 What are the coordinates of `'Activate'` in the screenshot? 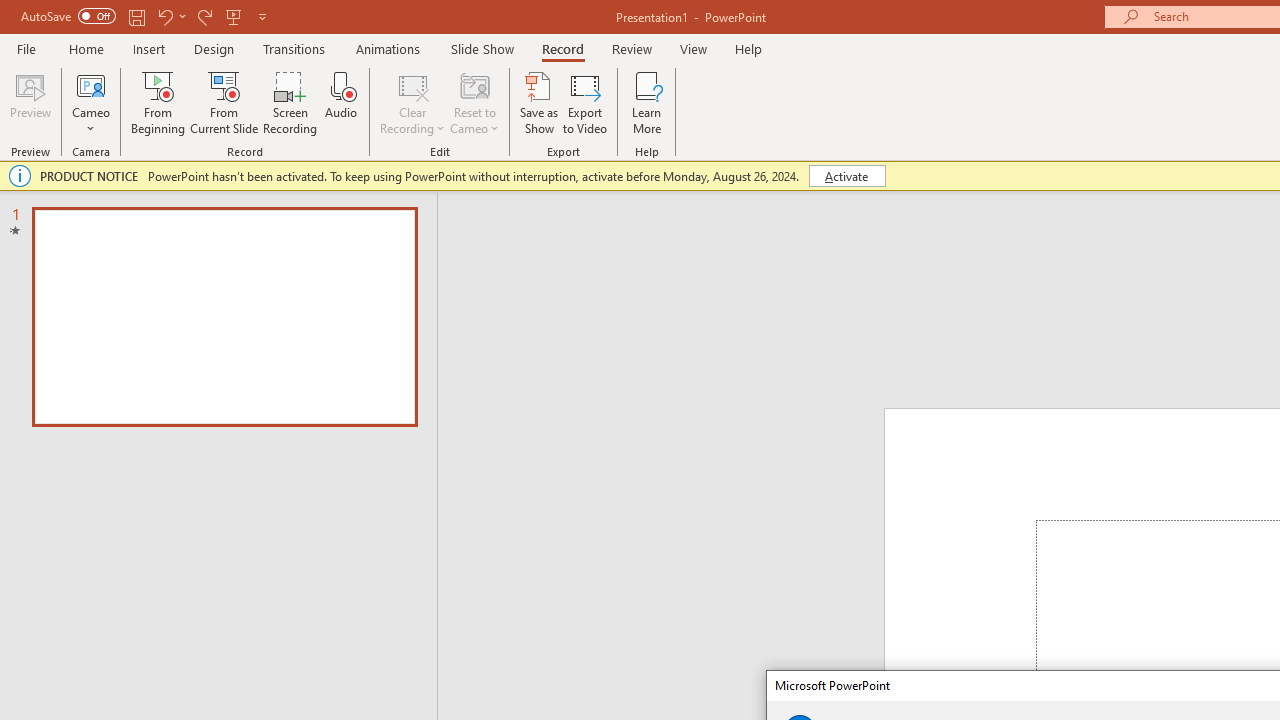 It's located at (847, 175).